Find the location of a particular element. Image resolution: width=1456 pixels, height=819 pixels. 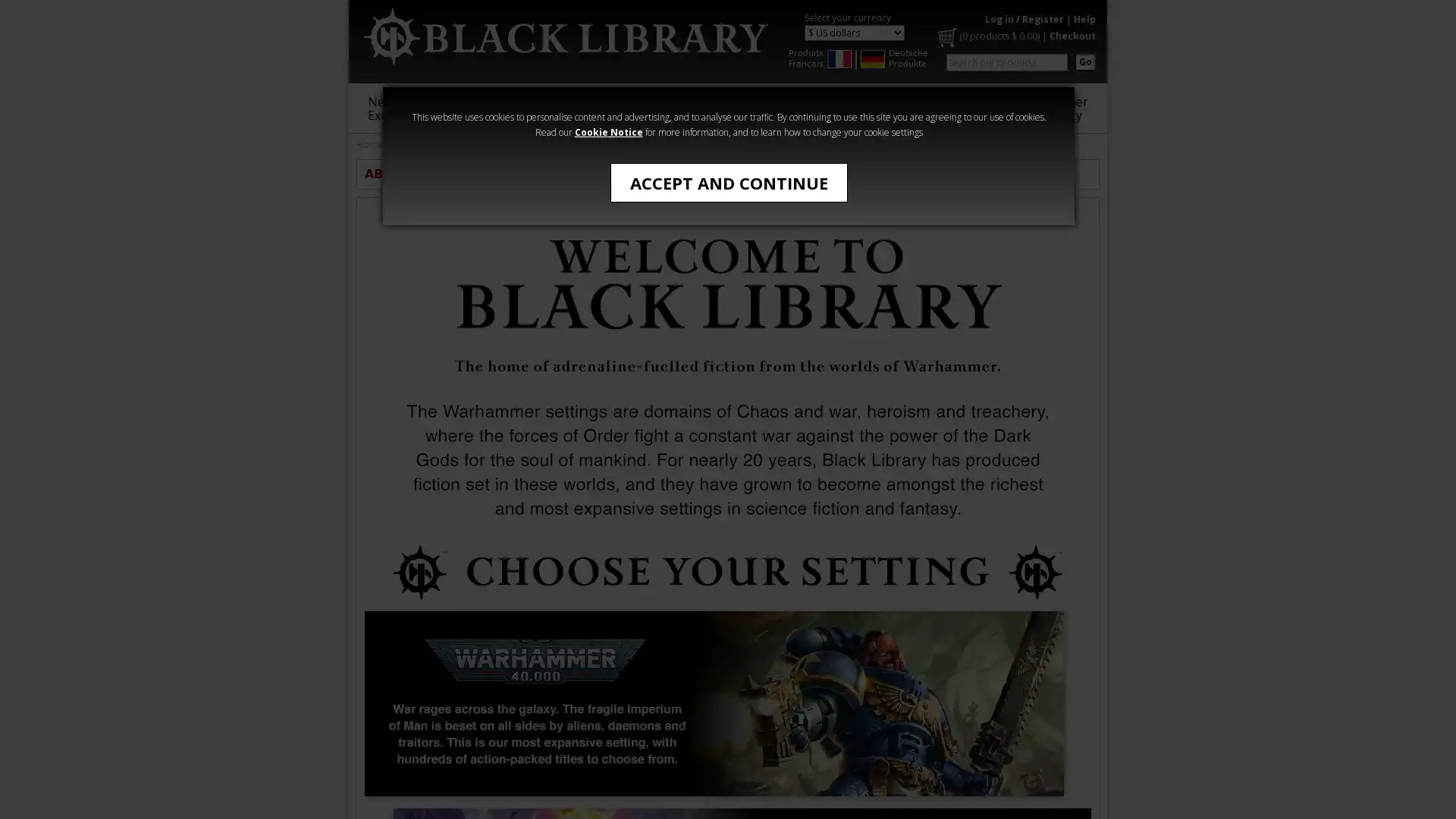

Go is located at coordinates (1084, 61).